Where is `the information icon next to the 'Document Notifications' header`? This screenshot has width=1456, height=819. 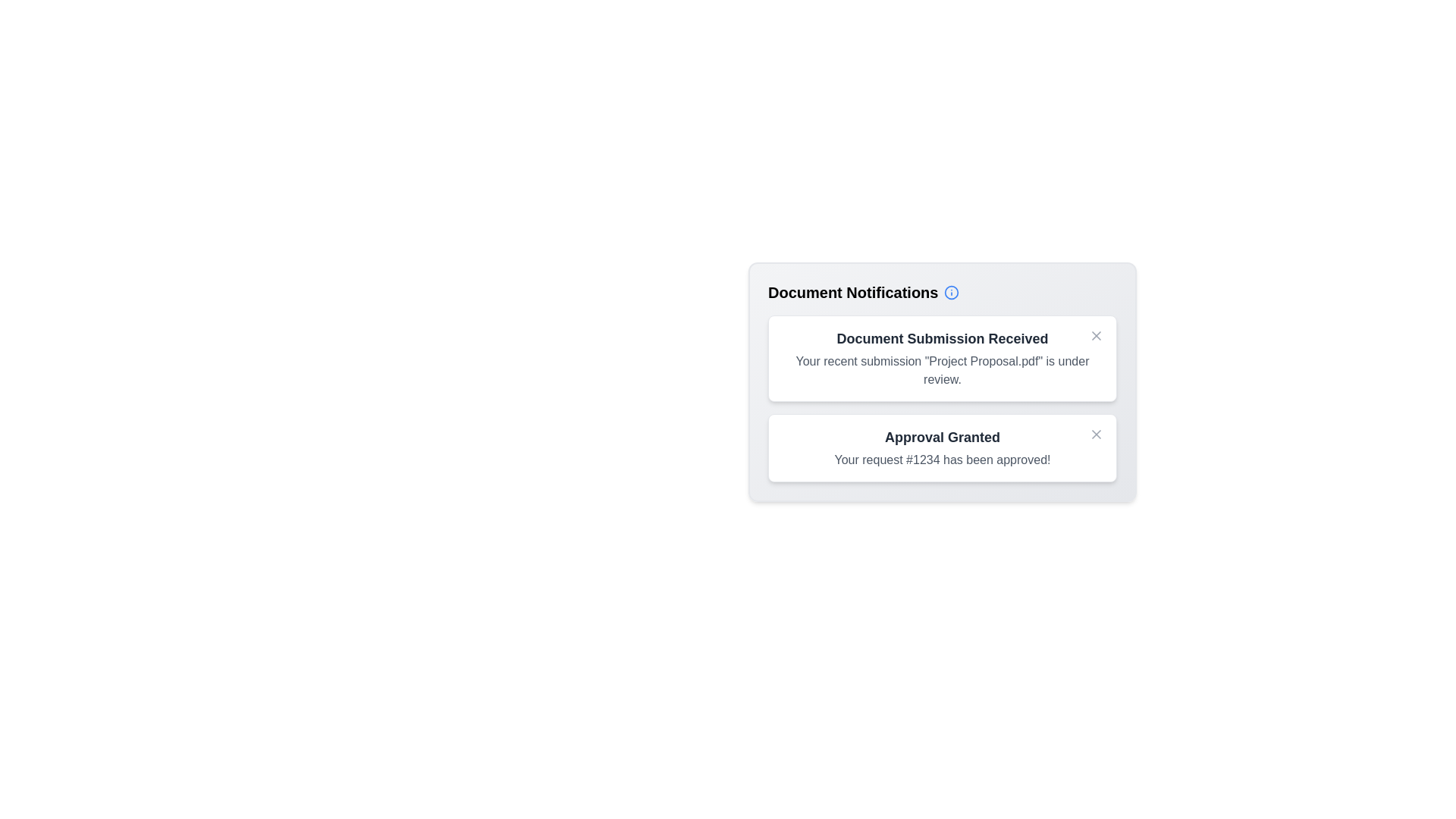 the information icon next to the 'Document Notifications' header is located at coordinates (950, 292).